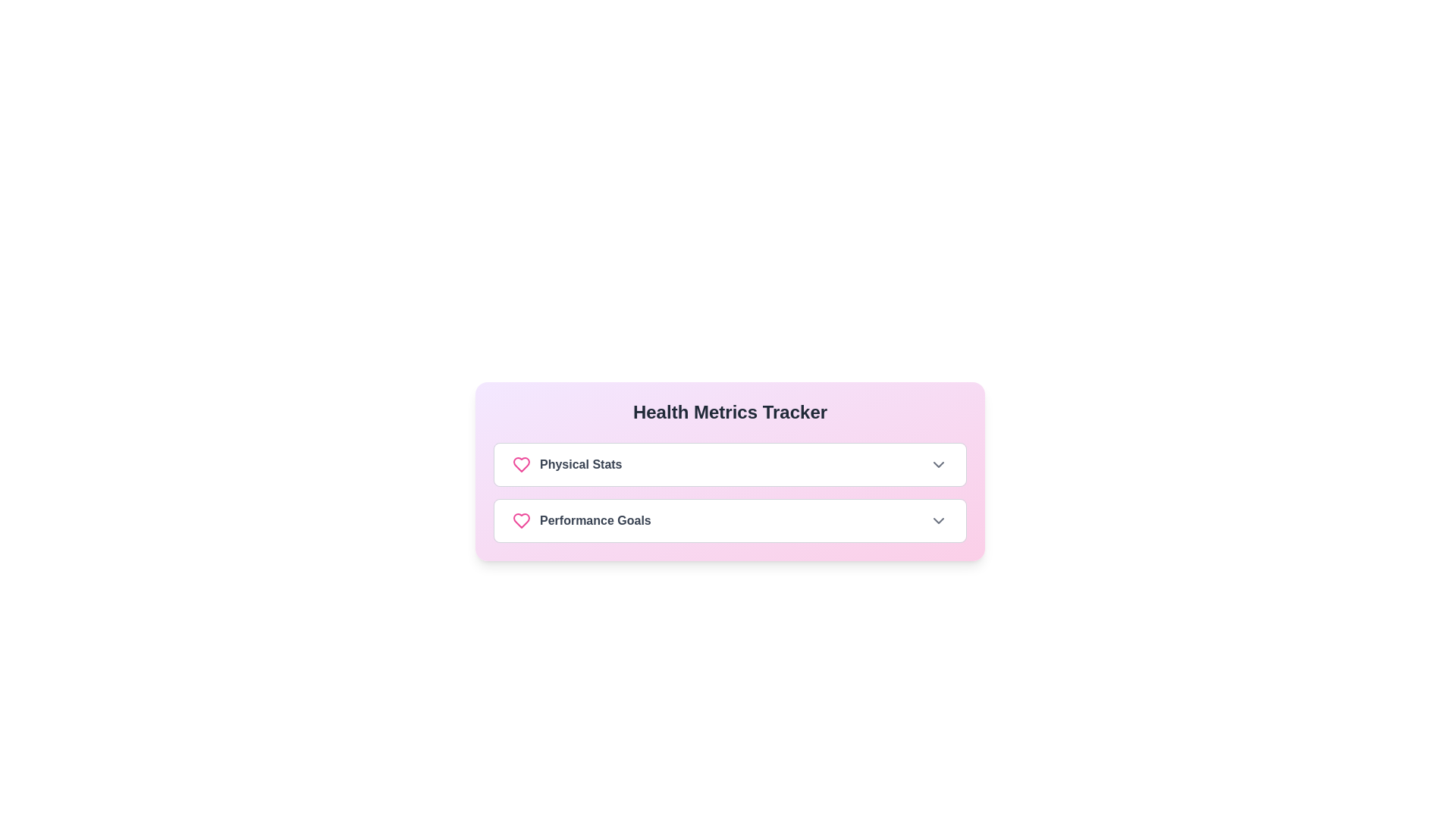 Image resolution: width=1456 pixels, height=819 pixels. I want to click on the button labeled 'Performance Goals' to expand or collapse its details, so click(730, 519).